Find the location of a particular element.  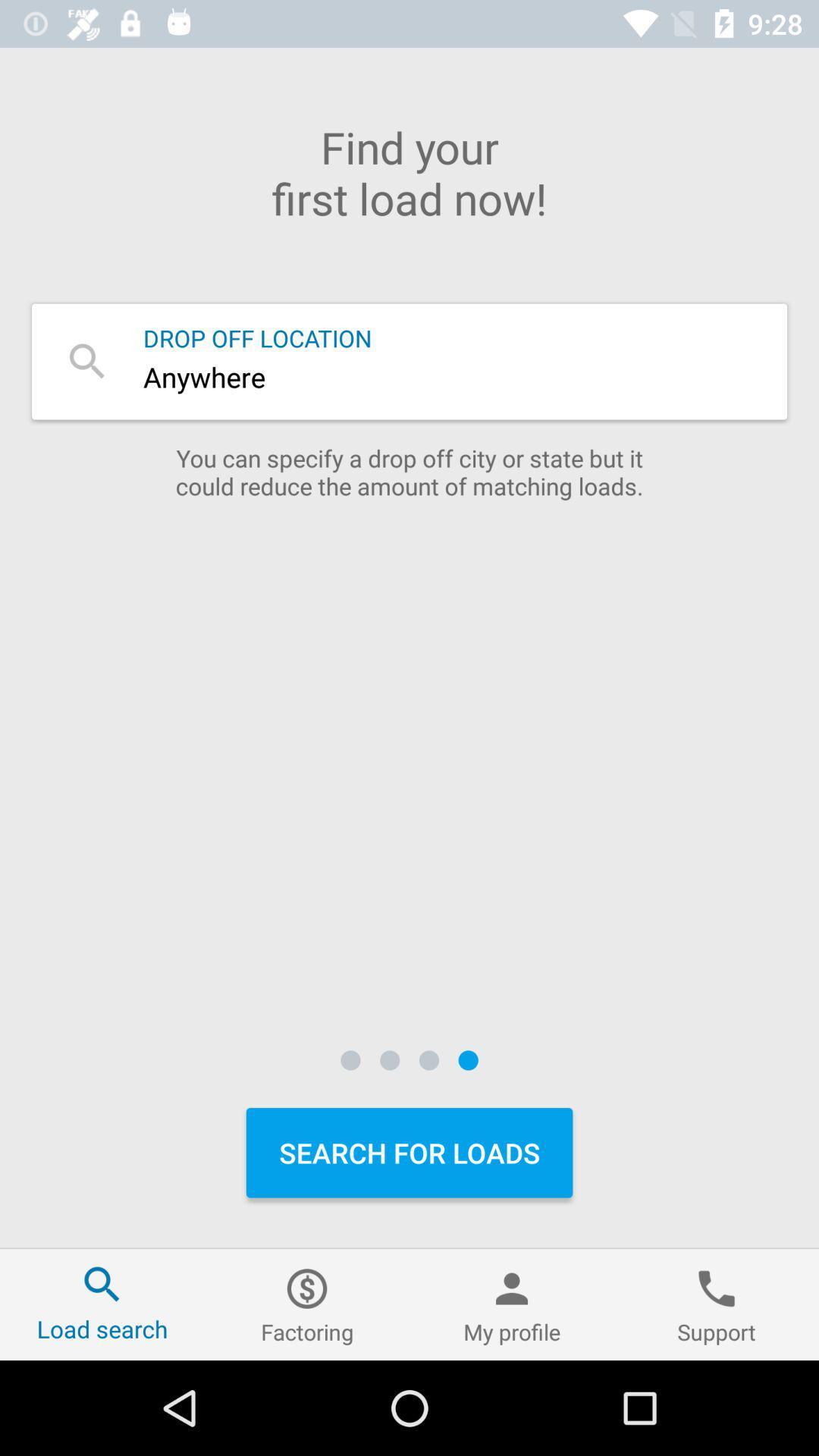

the icon next to factoring icon is located at coordinates (102, 1304).